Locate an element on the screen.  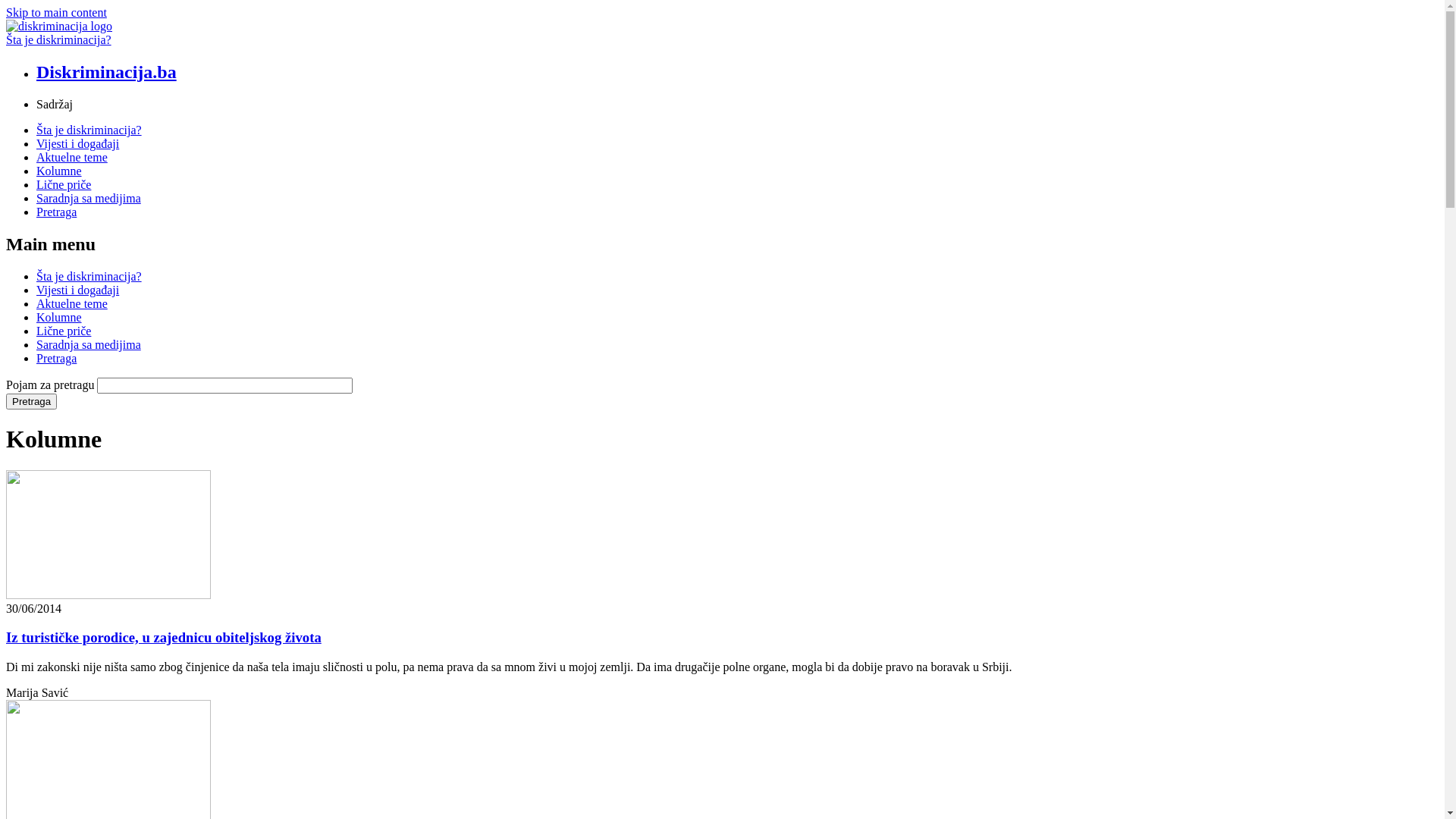
'Saradnja sa medijima' is located at coordinates (87, 197).